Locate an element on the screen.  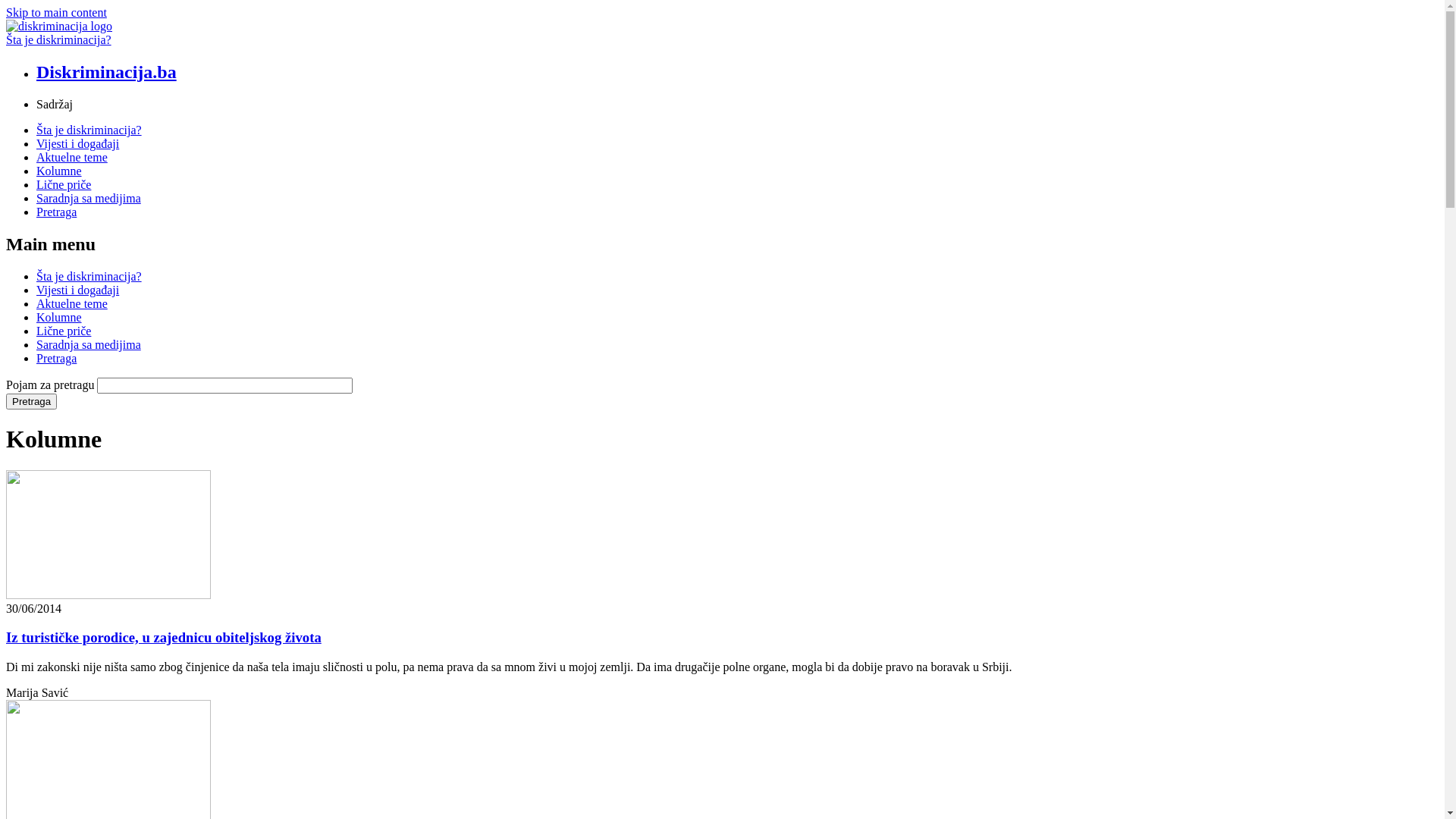
'Saradnja sa medijima' is located at coordinates (87, 197).